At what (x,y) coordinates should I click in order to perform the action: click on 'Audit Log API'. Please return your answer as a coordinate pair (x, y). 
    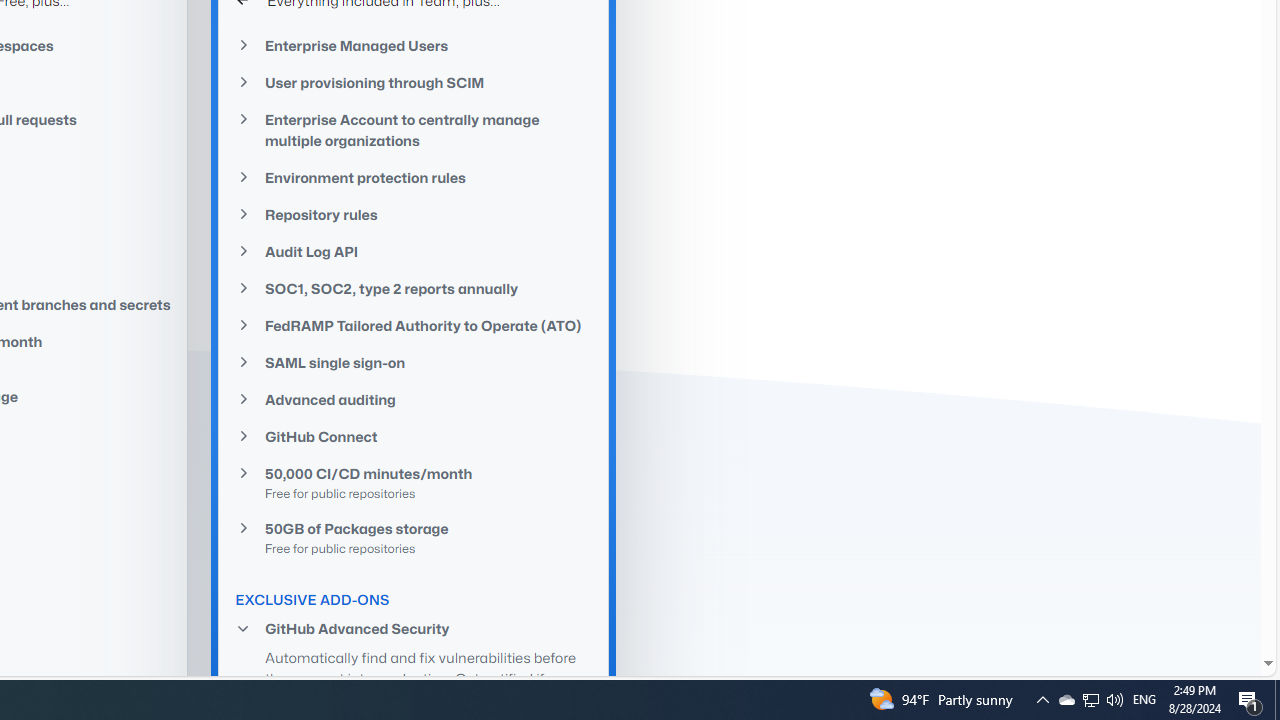
    Looking at the image, I should click on (413, 250).